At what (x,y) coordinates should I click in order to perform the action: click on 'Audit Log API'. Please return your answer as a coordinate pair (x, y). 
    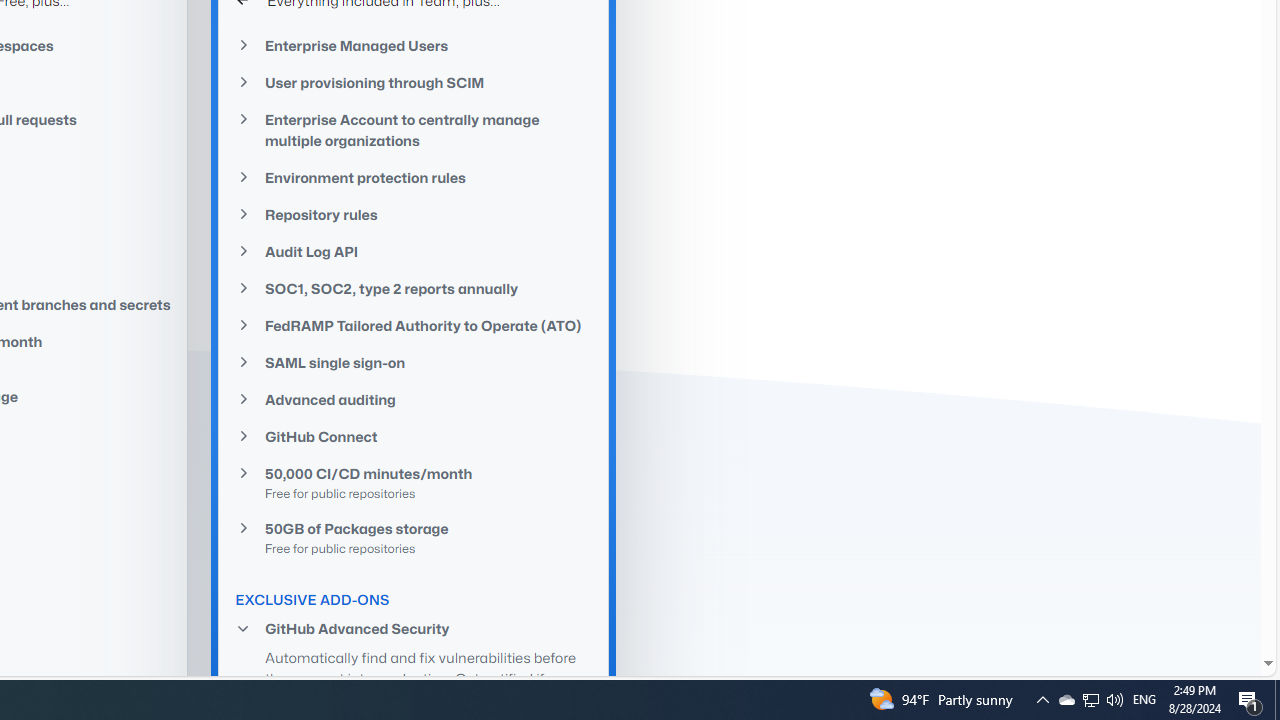
    Looking at the image, I should click on (413, 250).